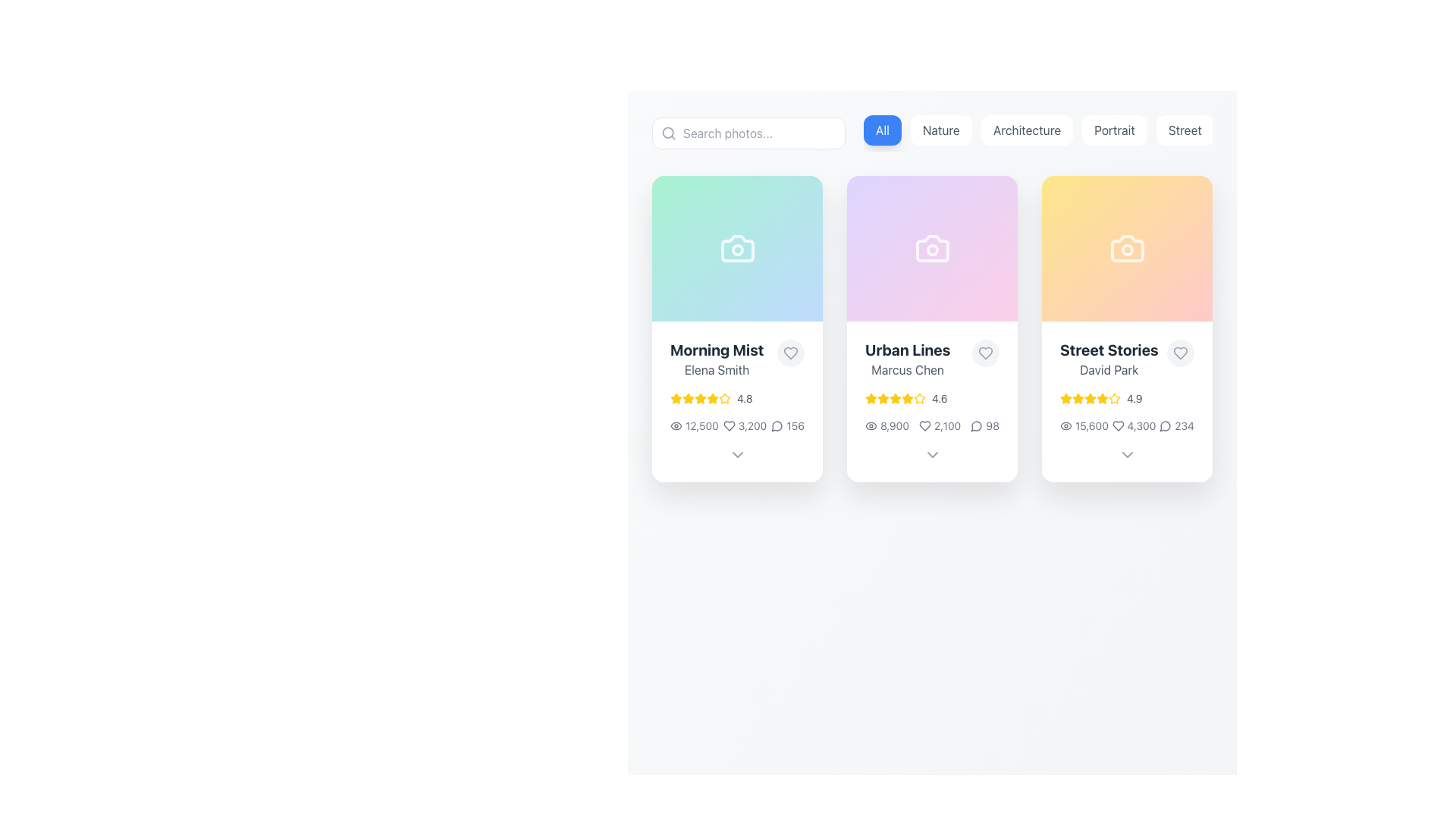 The image size is (1456, 819). I want to click on the star icon representing the fifth rating level in the five-star rating system for the 'Street Stories' card, so click(1114, 397).